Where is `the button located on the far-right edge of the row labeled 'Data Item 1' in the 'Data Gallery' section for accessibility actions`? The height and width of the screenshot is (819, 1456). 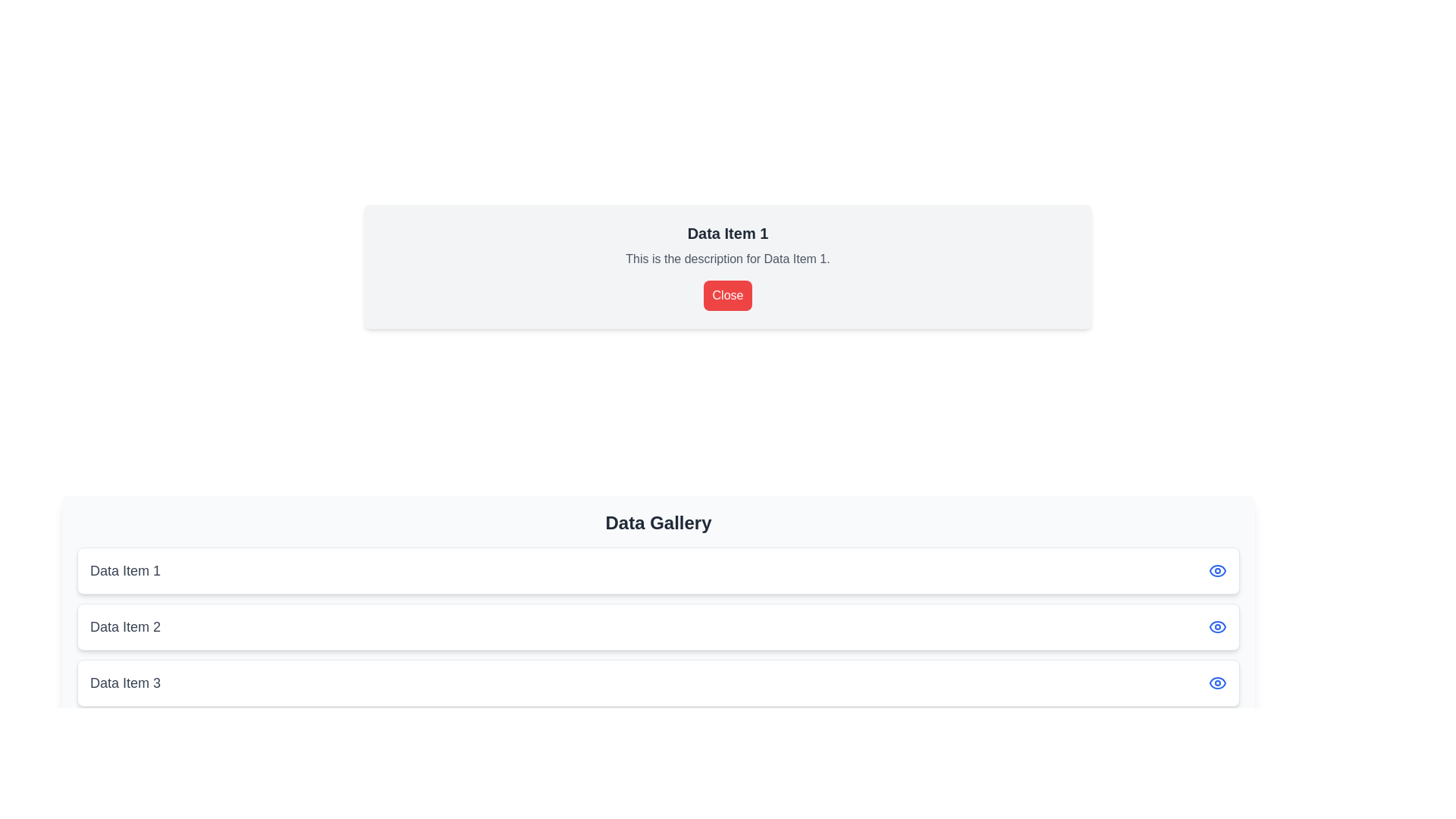
the button located on the far-right edge of the row labeled 'Data Item 1' in the 'Data Gallery' section for accessibility actions is located at coordinates (1218, 570).